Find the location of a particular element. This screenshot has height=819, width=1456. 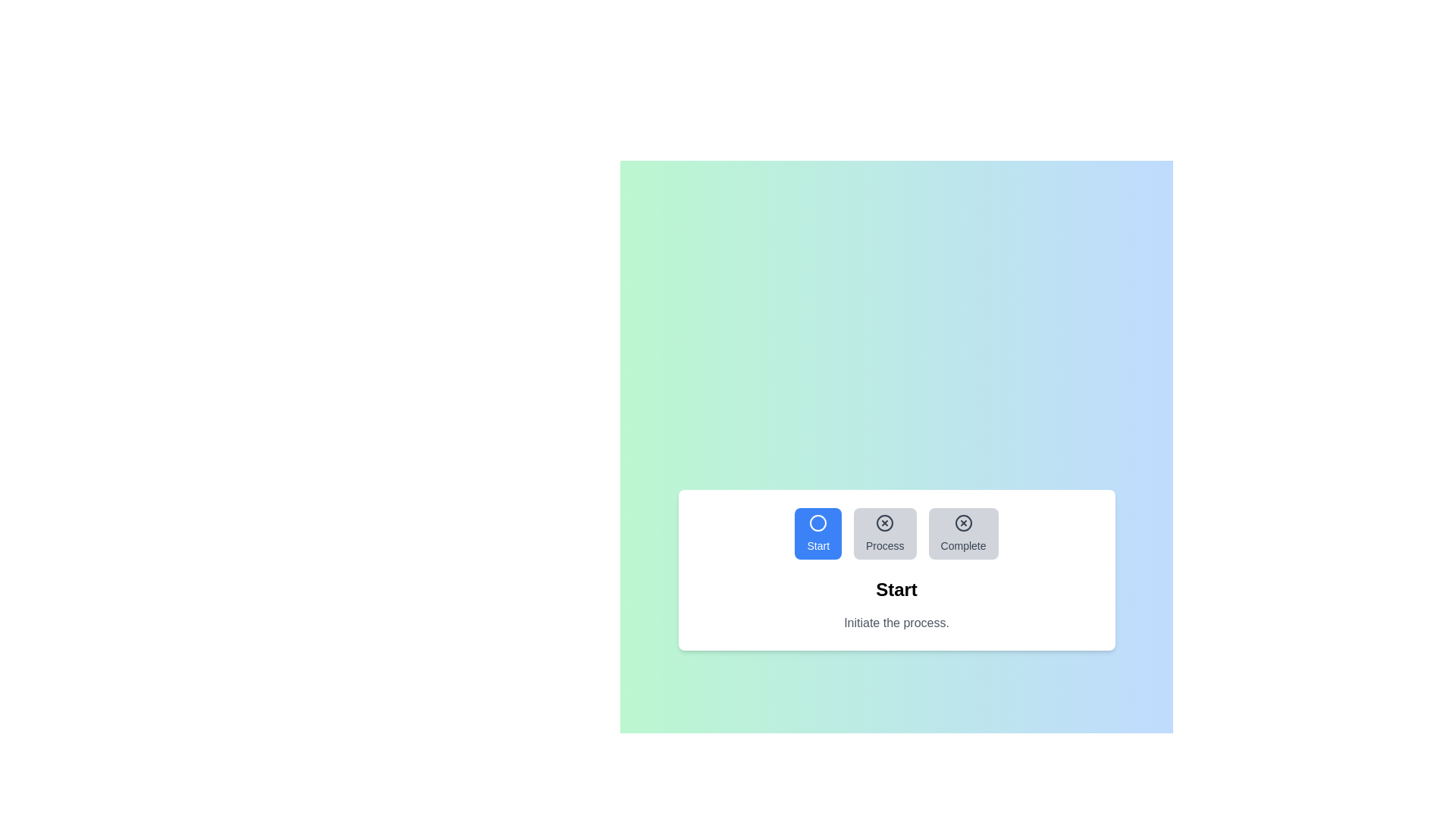

the title or header text element that indicates the beginning of a process, situated above the subtitle 'Initiate the process.' is located at coordinates (896, 589).